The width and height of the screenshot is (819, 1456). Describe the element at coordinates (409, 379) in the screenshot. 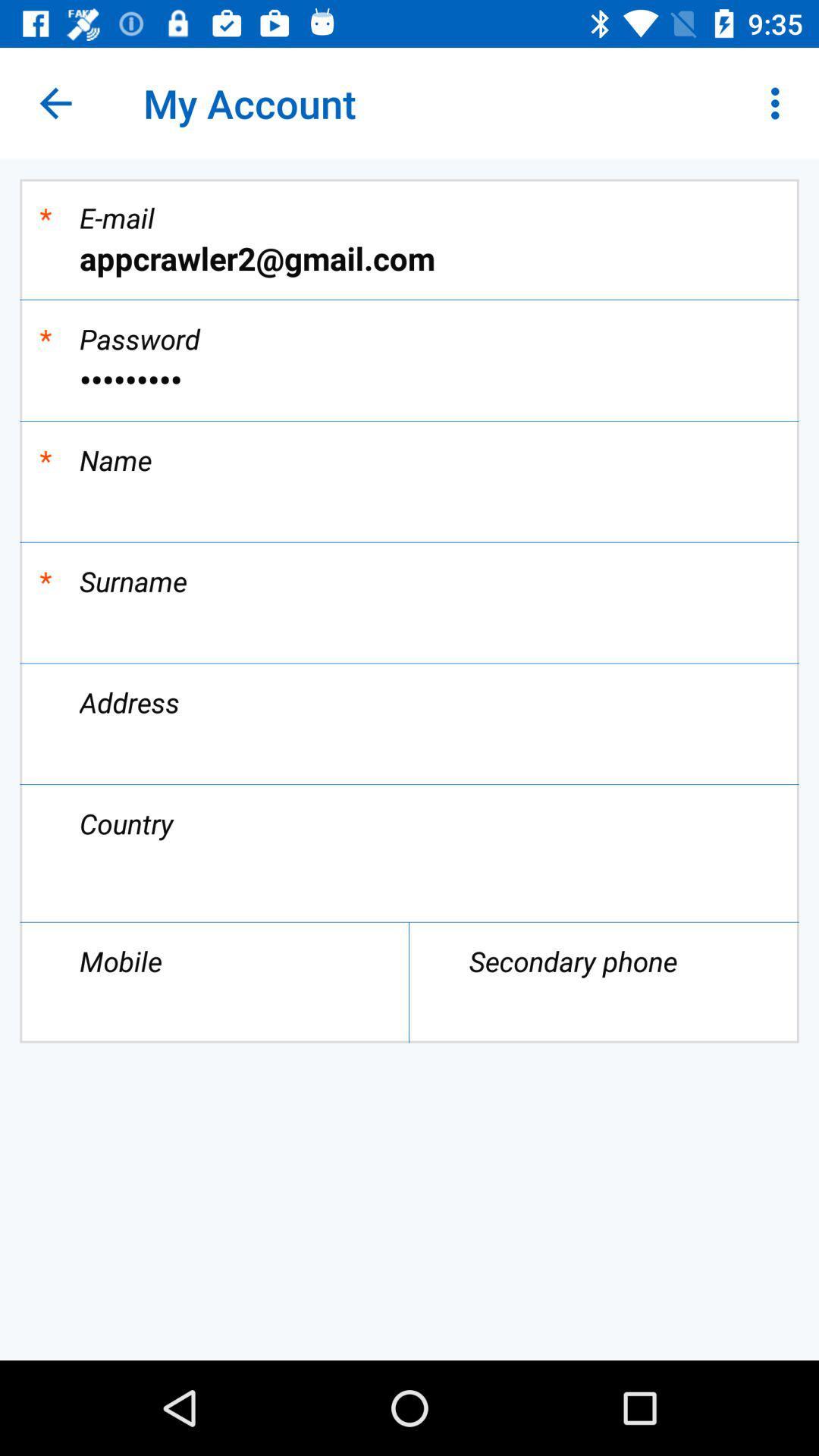

I see `crowd3116` at that location.